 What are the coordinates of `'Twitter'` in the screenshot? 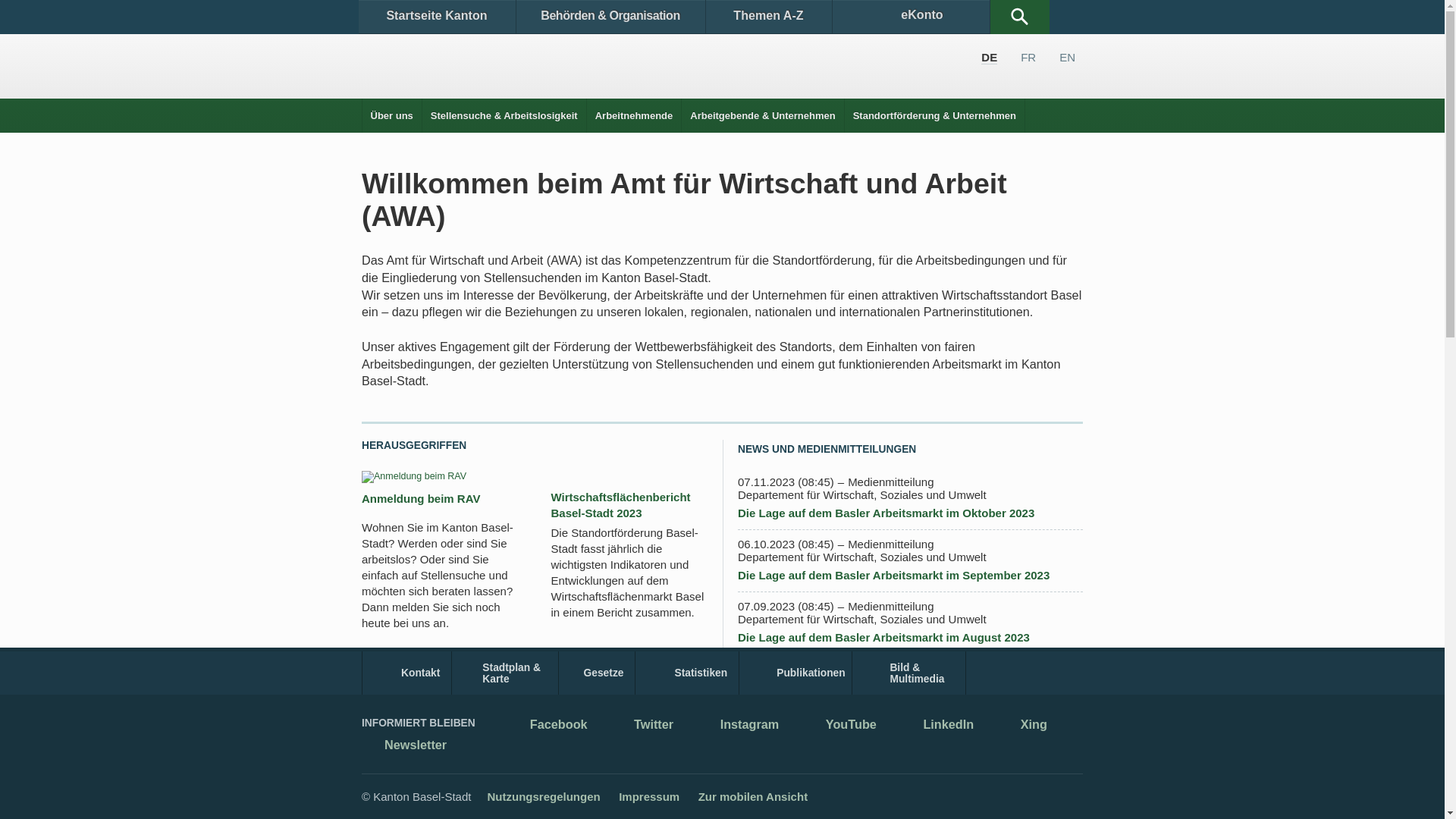 It's located at (642, 724).